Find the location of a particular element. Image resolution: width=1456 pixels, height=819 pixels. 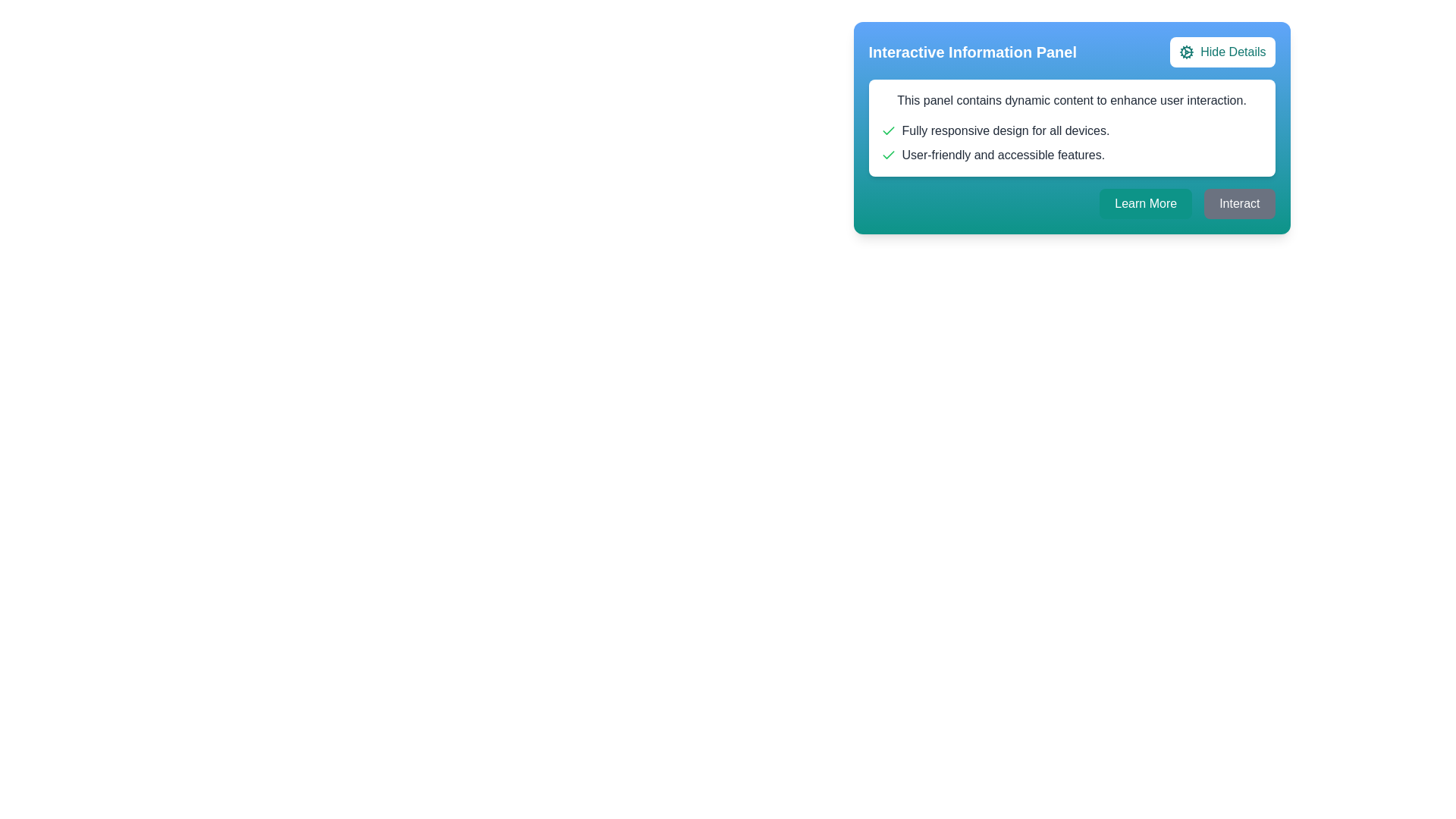

the green cogwheel icon located at the top-right corner of the 'Interactive Information Panel', adjacent to the 'Hide Details' button is located at coordinates (1186, 52).